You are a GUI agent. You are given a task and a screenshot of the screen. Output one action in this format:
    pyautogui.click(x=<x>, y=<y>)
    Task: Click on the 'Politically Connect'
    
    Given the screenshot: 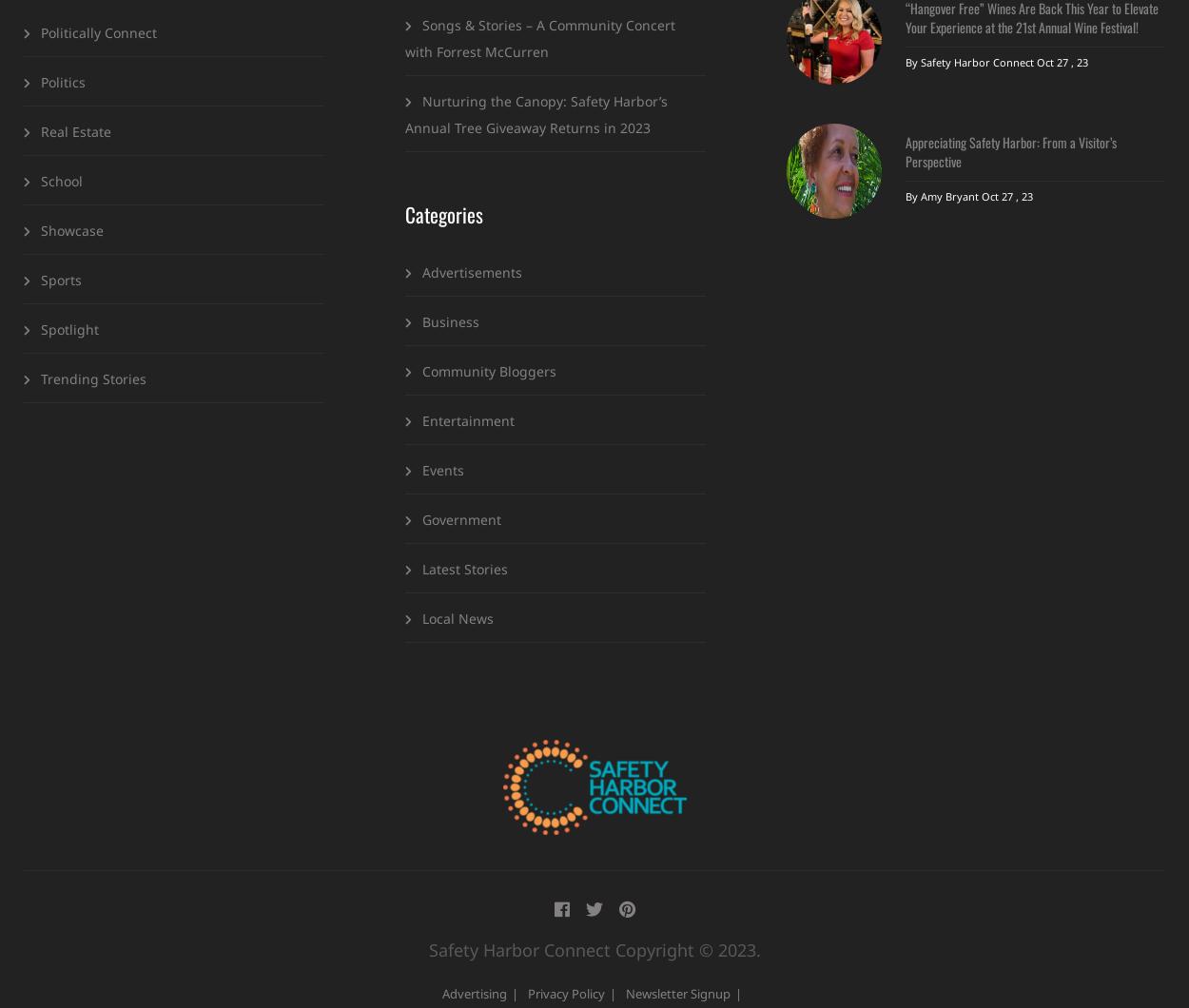 What is the action you would take?
    pyautogui.click(x=98, y=32)
    